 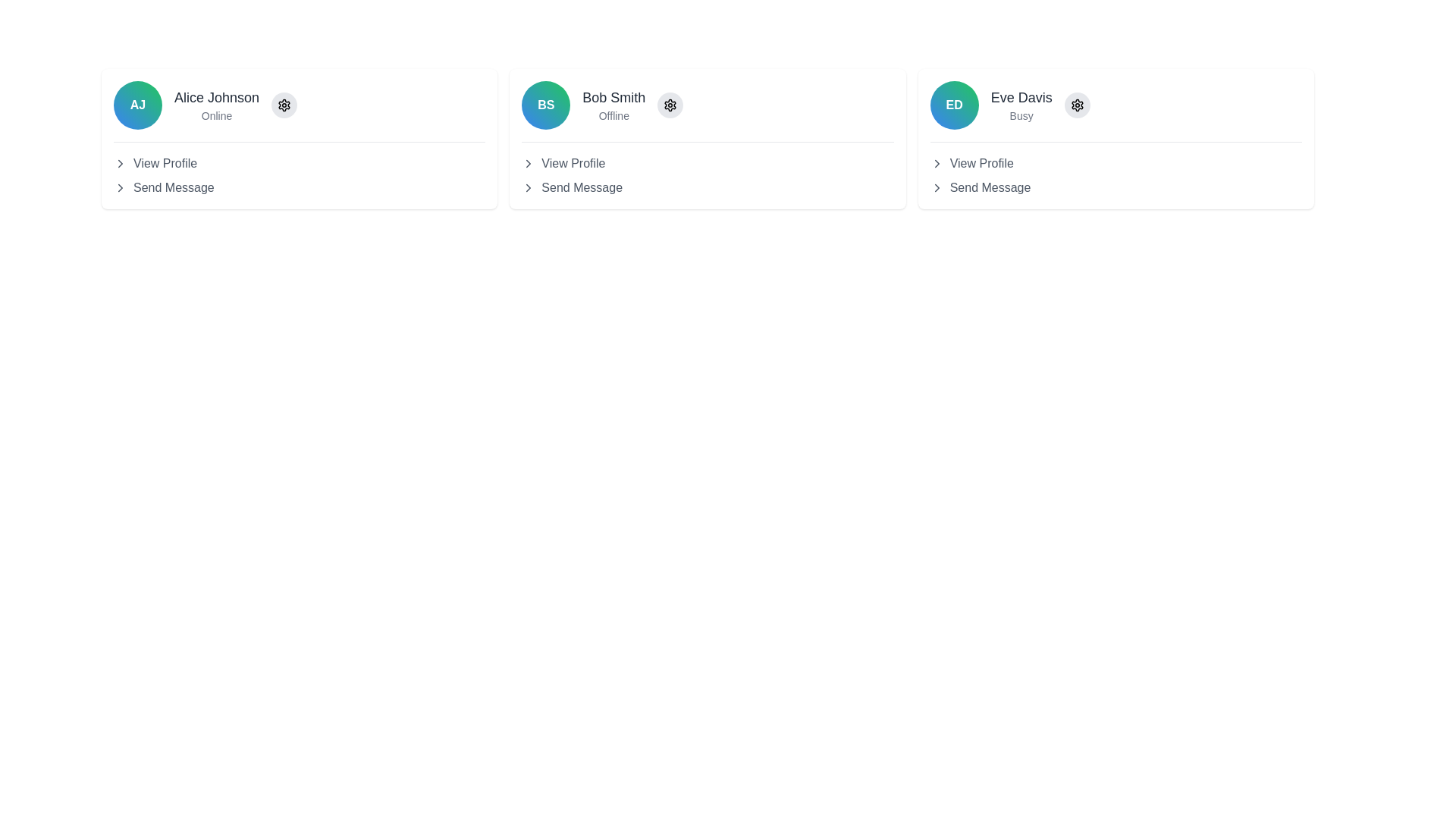 What do you see at coordinates (529, 164) in the screenshot?
I see `the navigational icon located to the left of the 'View Profile' text associated with user Bob Smith to proceed to the profile details` at bounding box center [529, 164].